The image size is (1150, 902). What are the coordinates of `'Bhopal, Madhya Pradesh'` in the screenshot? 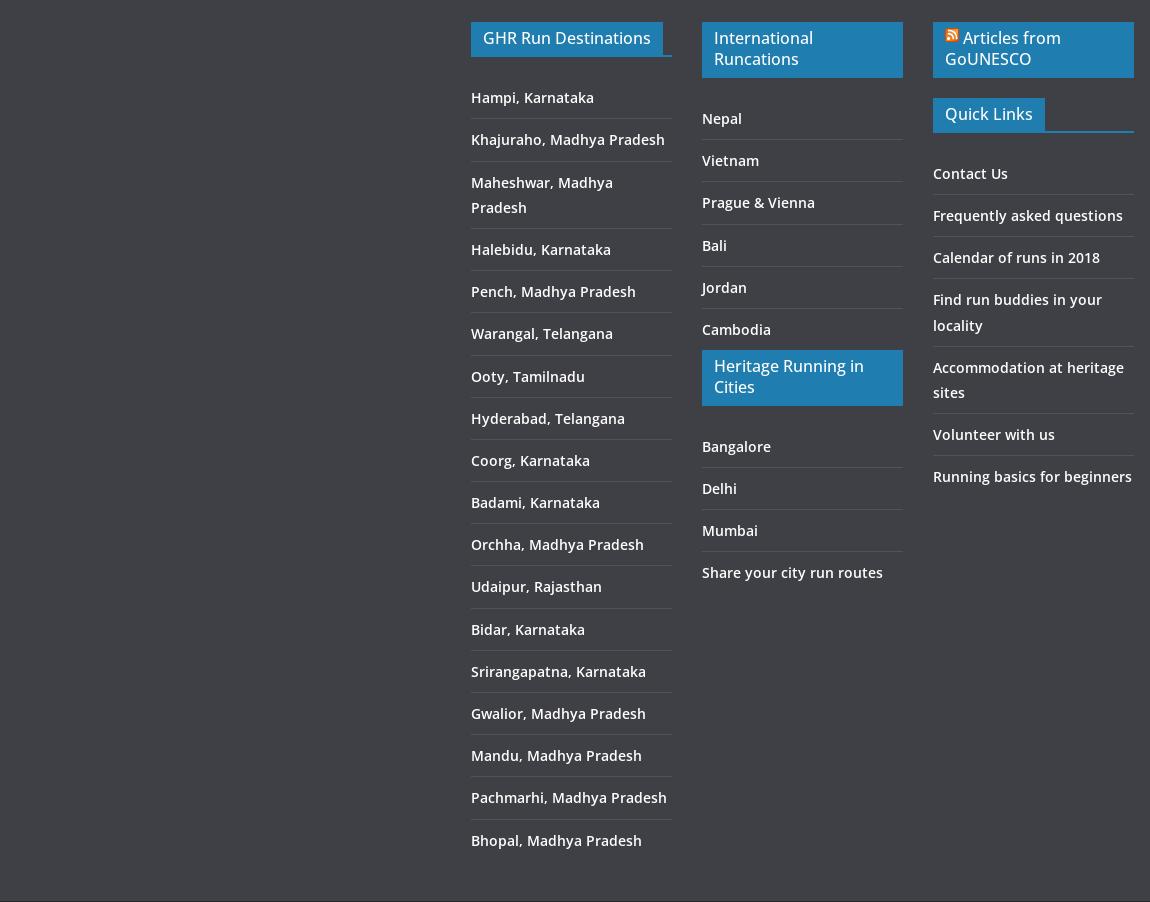 It's located at (555, 839).